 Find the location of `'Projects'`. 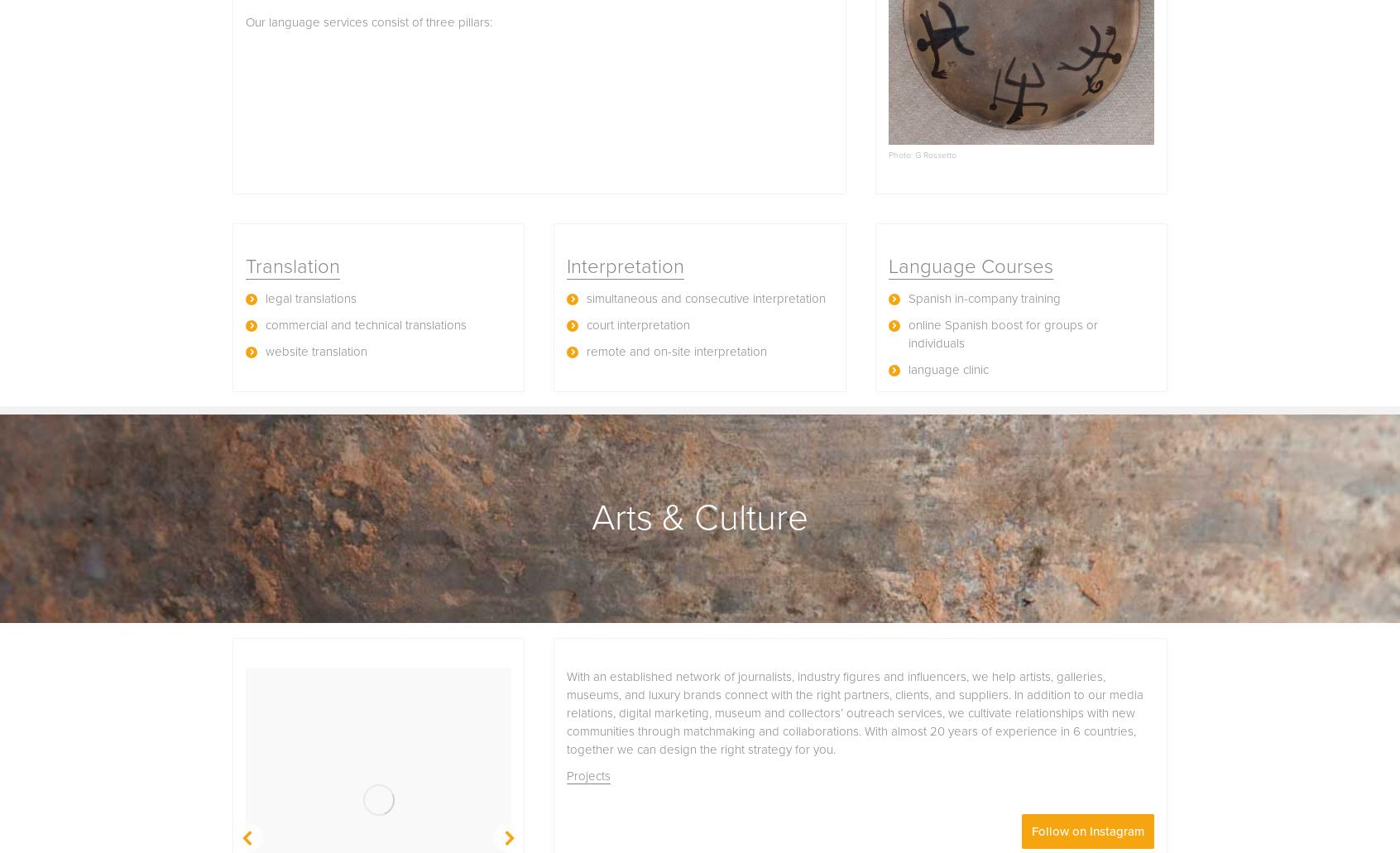

'Projects' is located at coordinates (566, 774).